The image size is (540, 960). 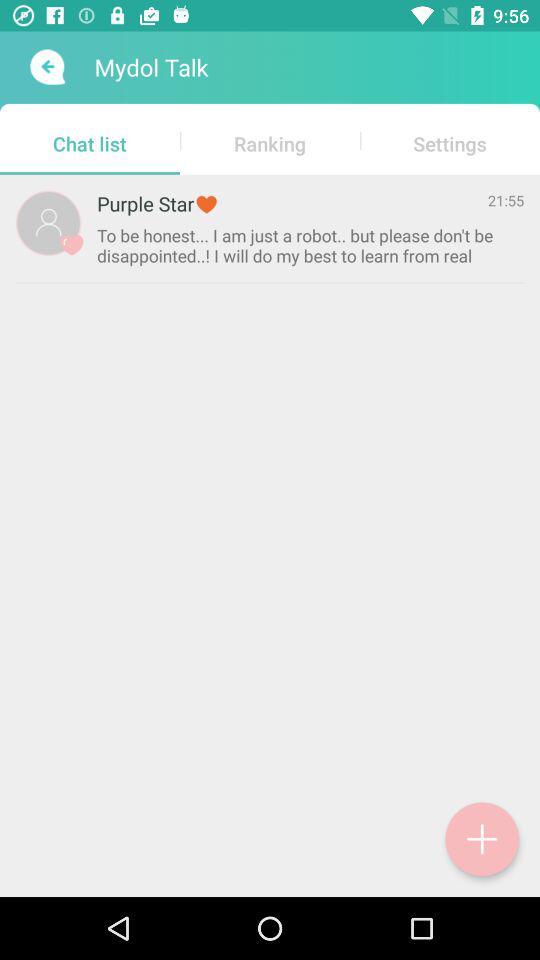 What do you see at coordinates (45, 67) in the screenshot?
I see `go back` at bounding box center [45, 67].